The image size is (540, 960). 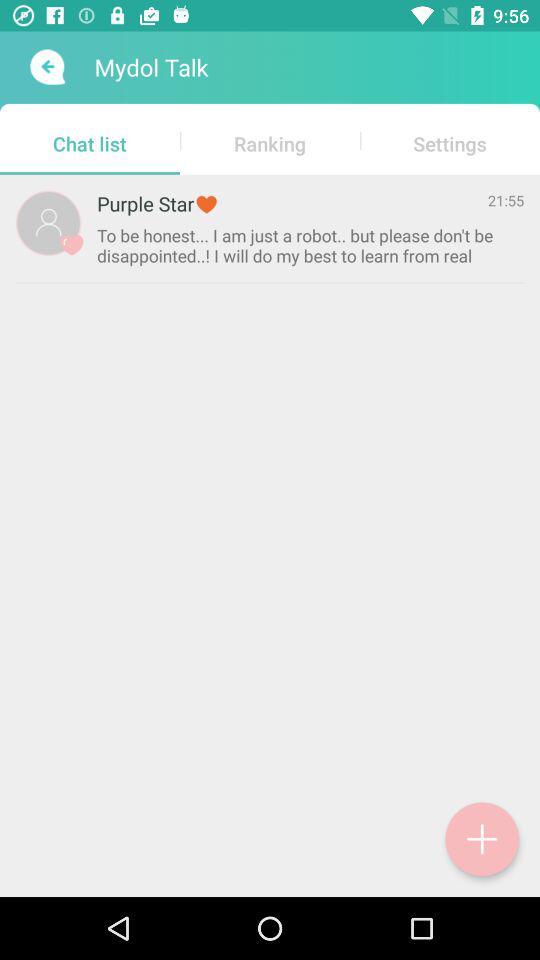 What do you see at coordinates (45, 67) in the screenshot?
I see `go back` at bounding box center [45, 67].